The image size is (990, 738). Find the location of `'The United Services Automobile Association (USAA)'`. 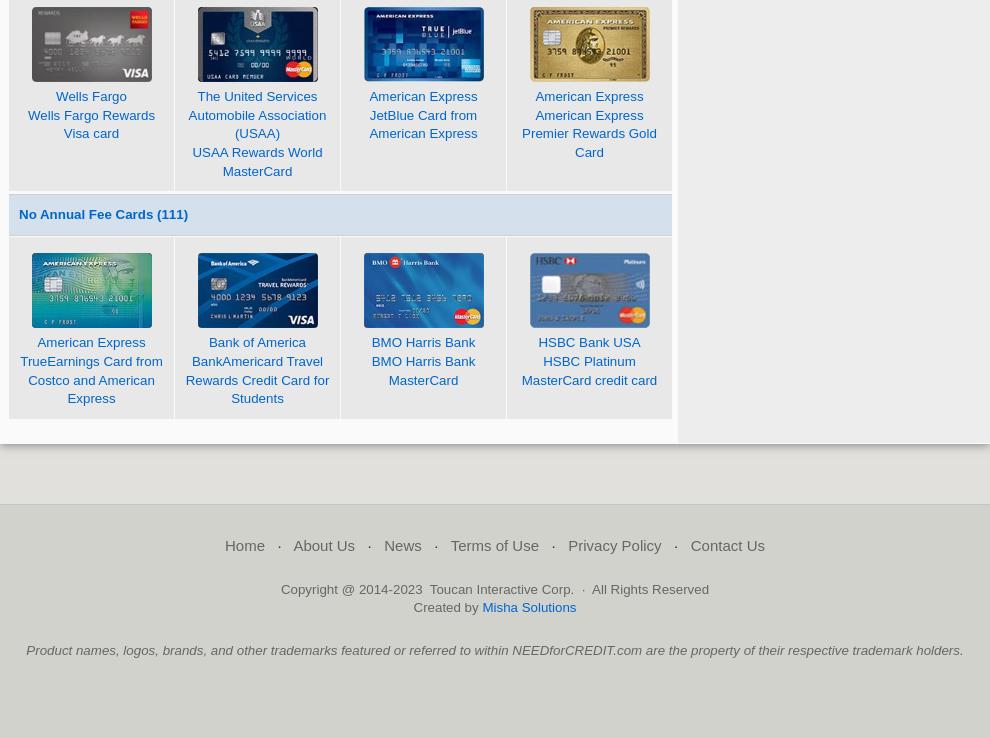

'The United Services Automobile Association (USAA)' is located at coordinates (257, 114).